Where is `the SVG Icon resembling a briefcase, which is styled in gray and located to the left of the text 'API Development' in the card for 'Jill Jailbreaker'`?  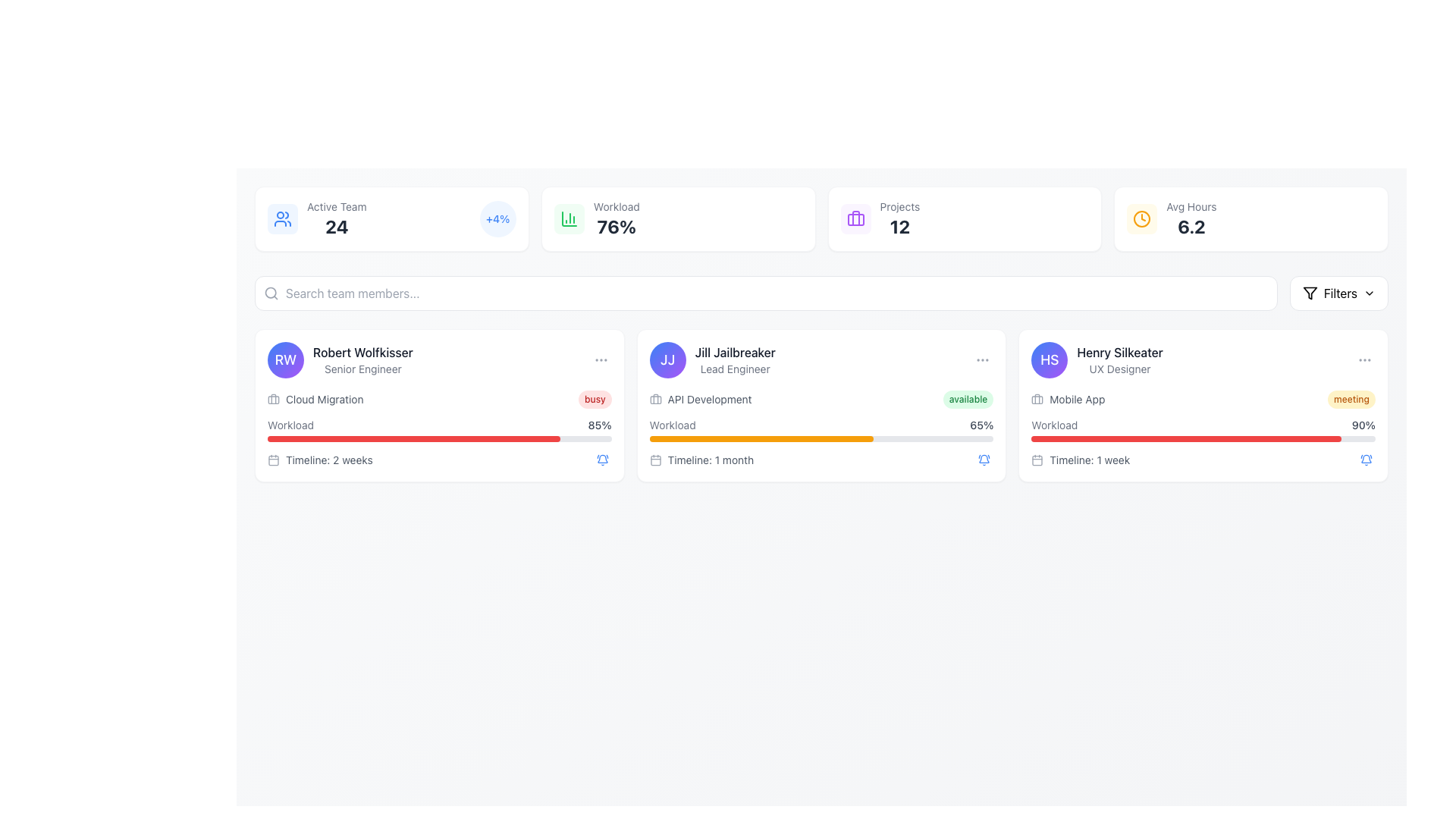
the SVG Icon resembling a briefcase, which is styled in gray and located to the left of the text 'API Development' in the card for 'Jill Jailbreaker' is located at coordinates (655, 399).